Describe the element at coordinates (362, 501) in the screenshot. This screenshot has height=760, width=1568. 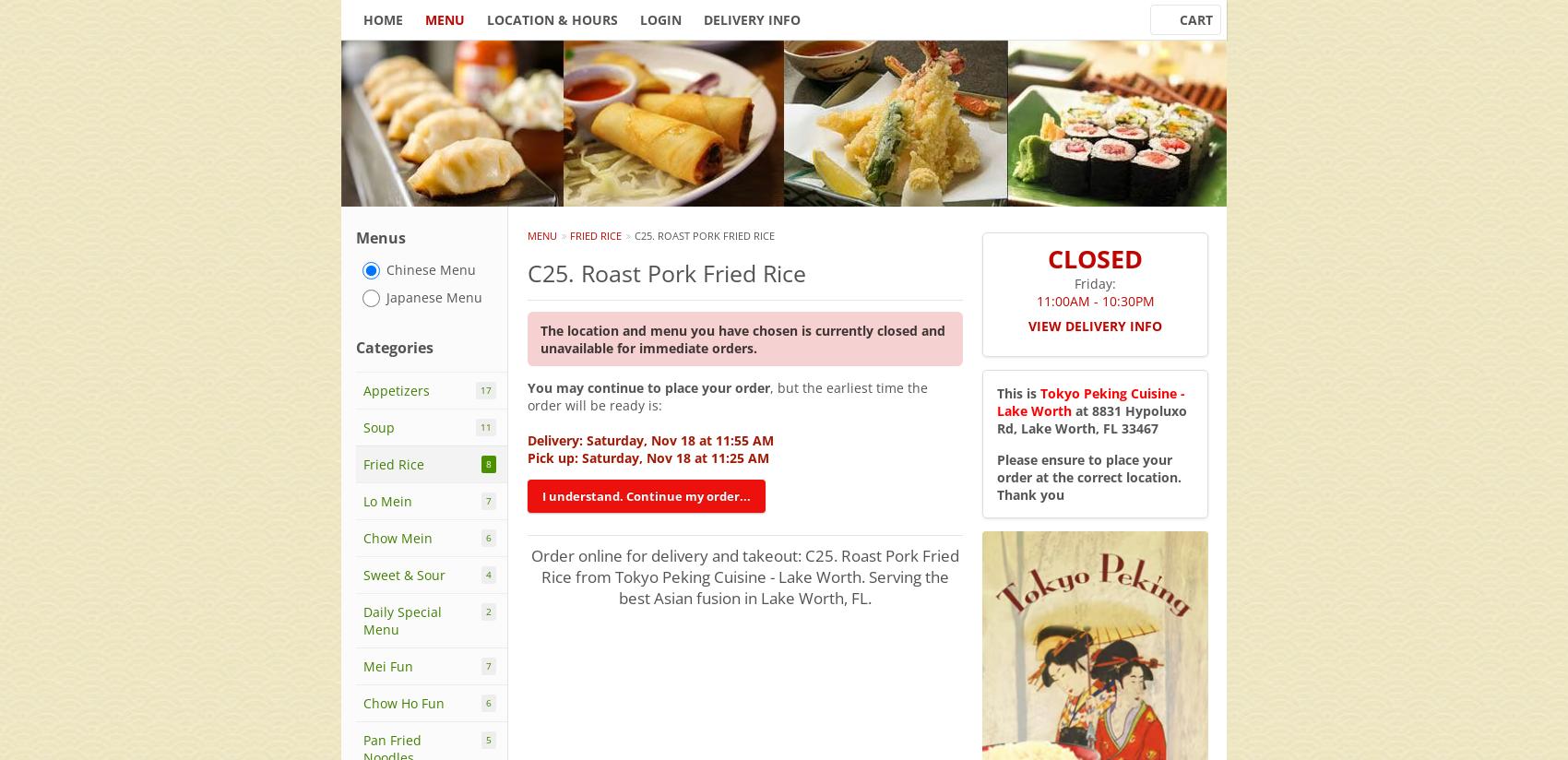
I see `'Lo Mein'` at that location.